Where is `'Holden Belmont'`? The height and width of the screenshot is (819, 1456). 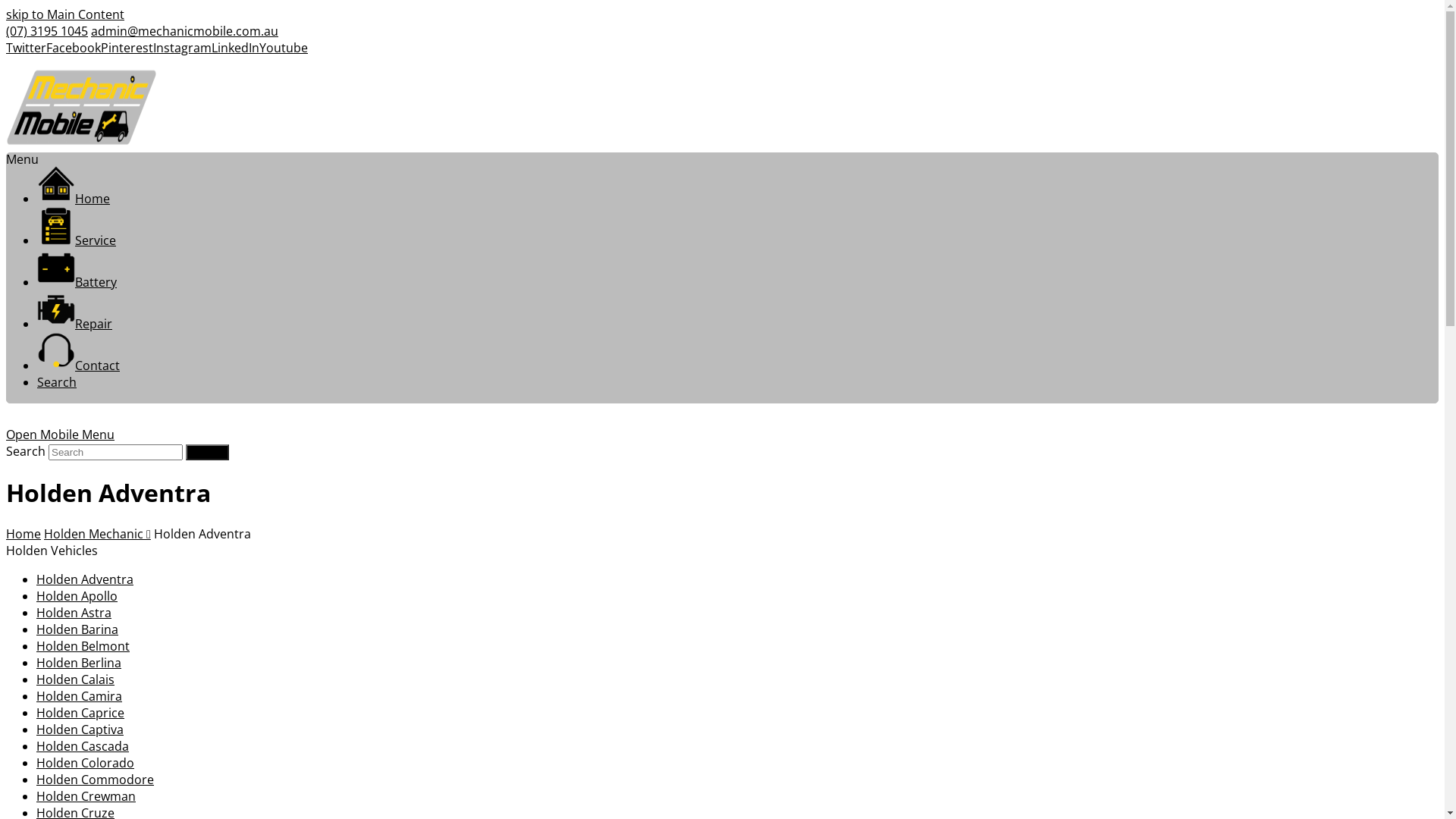
'Holden Belmont' is located at coordinates (82, 646).